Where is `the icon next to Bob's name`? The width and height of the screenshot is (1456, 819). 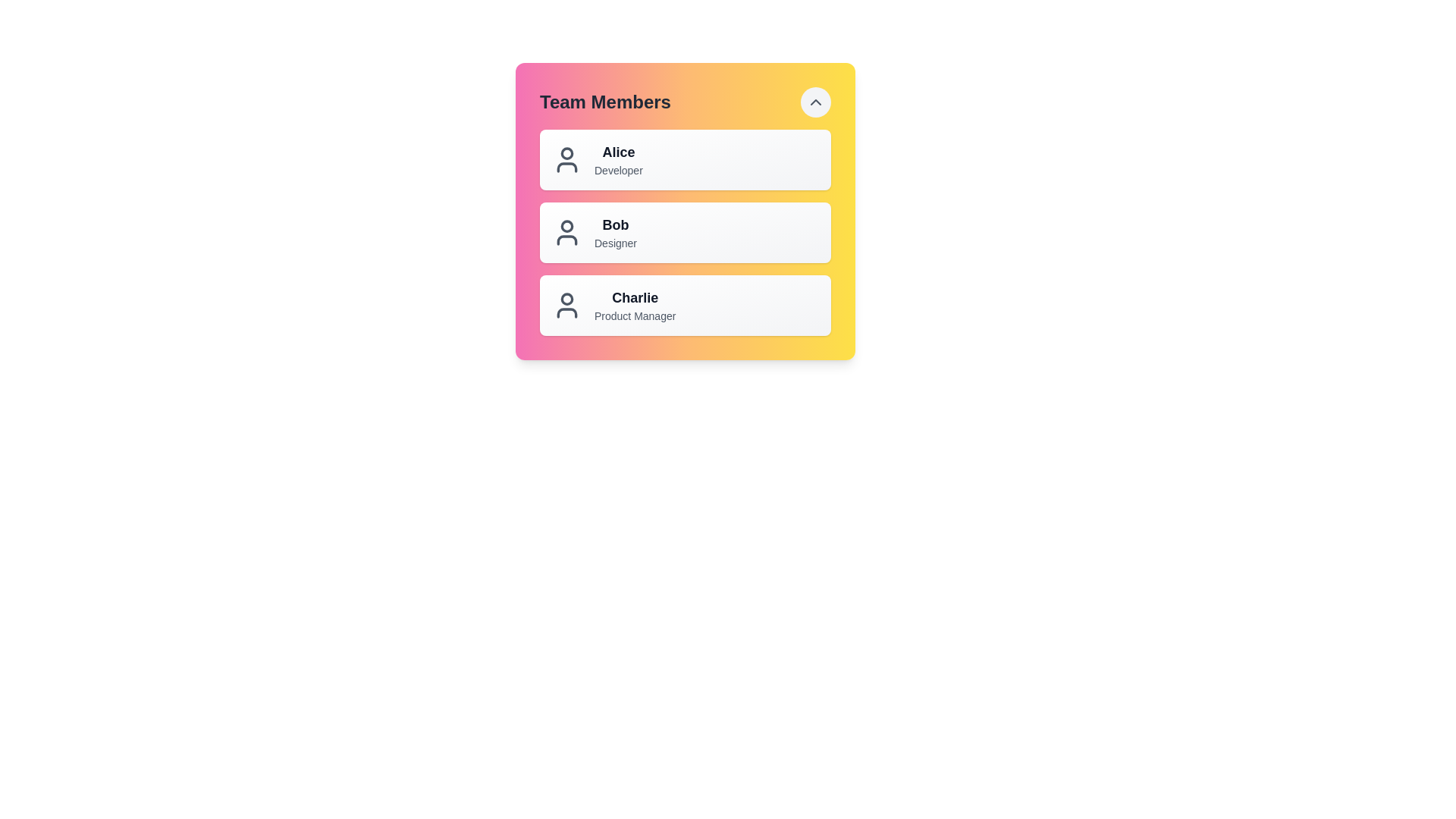
the icon next to Bob's name is located at coordinates (566, 233).